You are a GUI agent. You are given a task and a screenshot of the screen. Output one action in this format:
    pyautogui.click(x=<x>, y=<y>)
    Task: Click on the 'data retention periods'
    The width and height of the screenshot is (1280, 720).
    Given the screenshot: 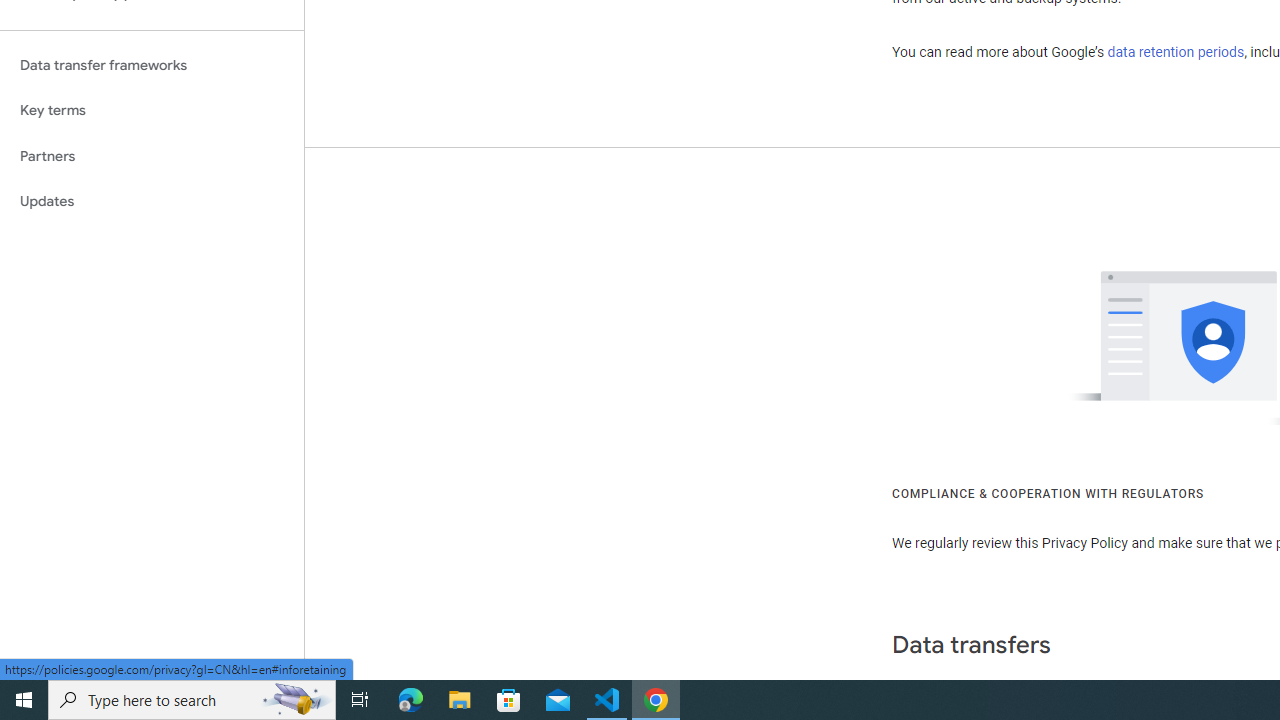 What is the action you would take?
    pyautogui.click(x=1176, y=51)
    